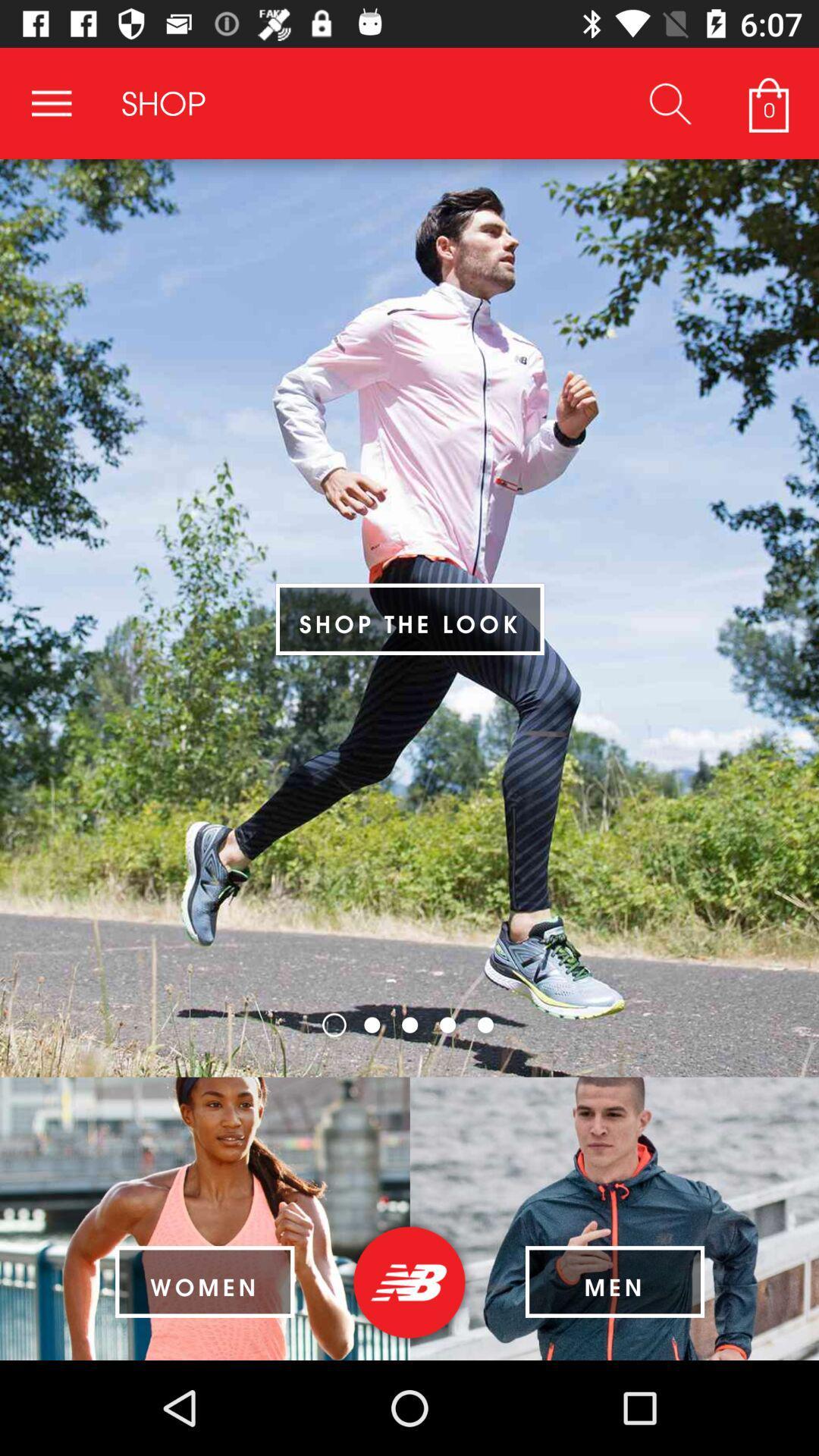  What do you see at coordinates (51, 102) in the screenshot?
I see `more options` at bounding box center [51, 102].